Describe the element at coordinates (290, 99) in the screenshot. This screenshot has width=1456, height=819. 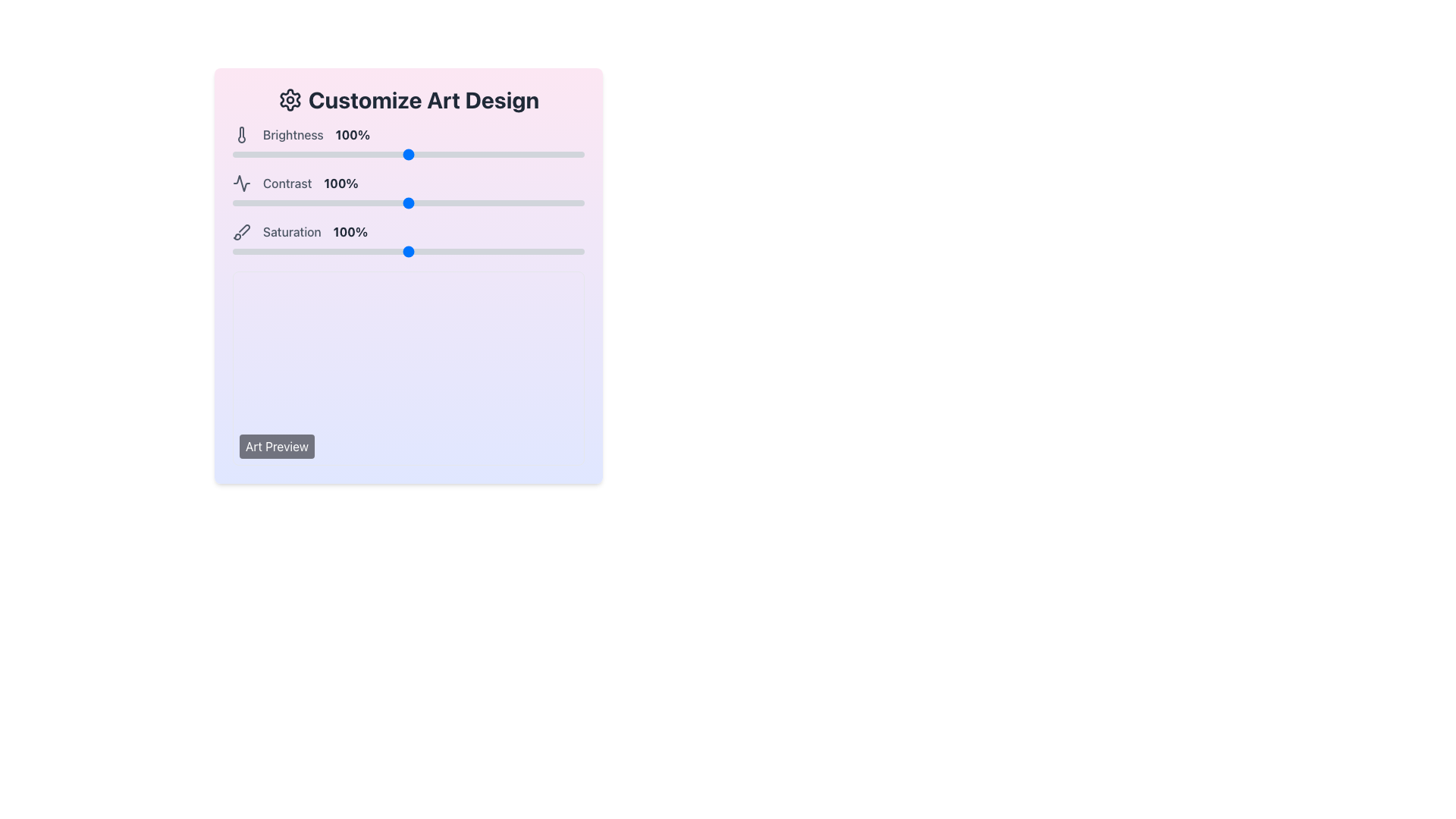
I see `the settings icon styled as a cogwheel located to the left of the 'Customize Art Design' text` at that location.